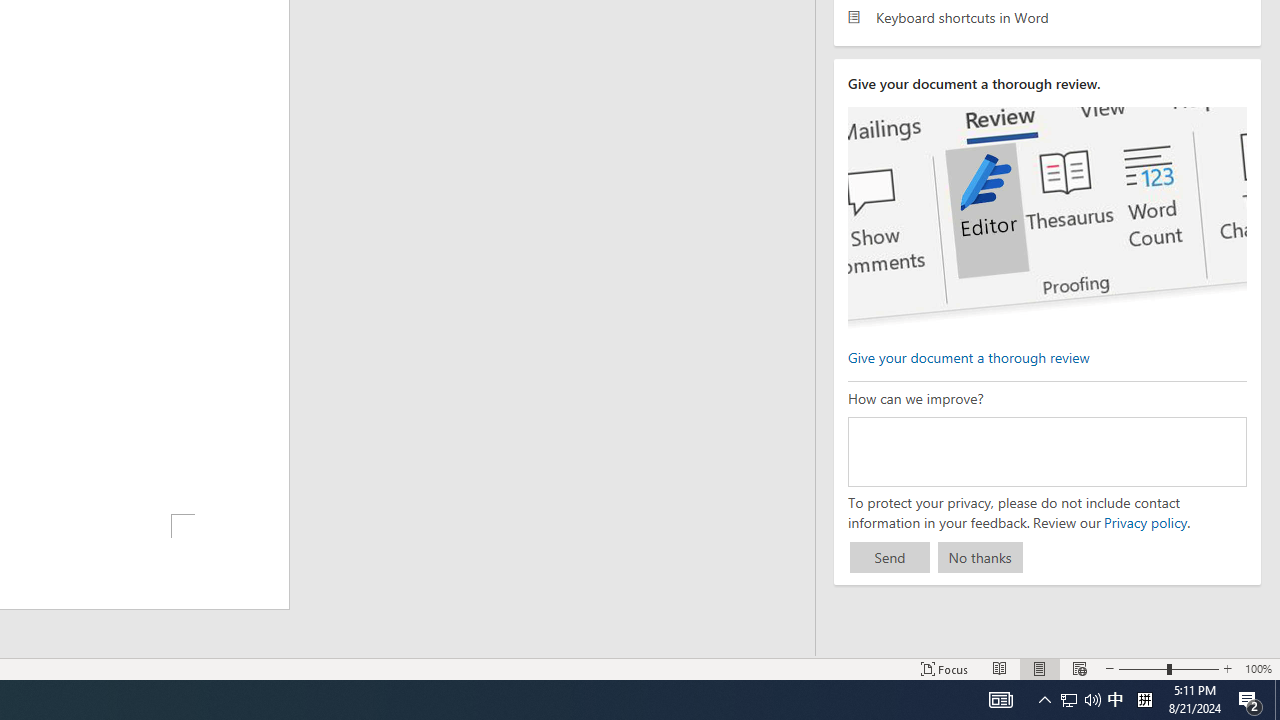 The height and width of the screenshot is (720, 1280). Describe the element at coordinates (1257, 669) in the screenshot. I see `'Zoom 100%'` at that location.